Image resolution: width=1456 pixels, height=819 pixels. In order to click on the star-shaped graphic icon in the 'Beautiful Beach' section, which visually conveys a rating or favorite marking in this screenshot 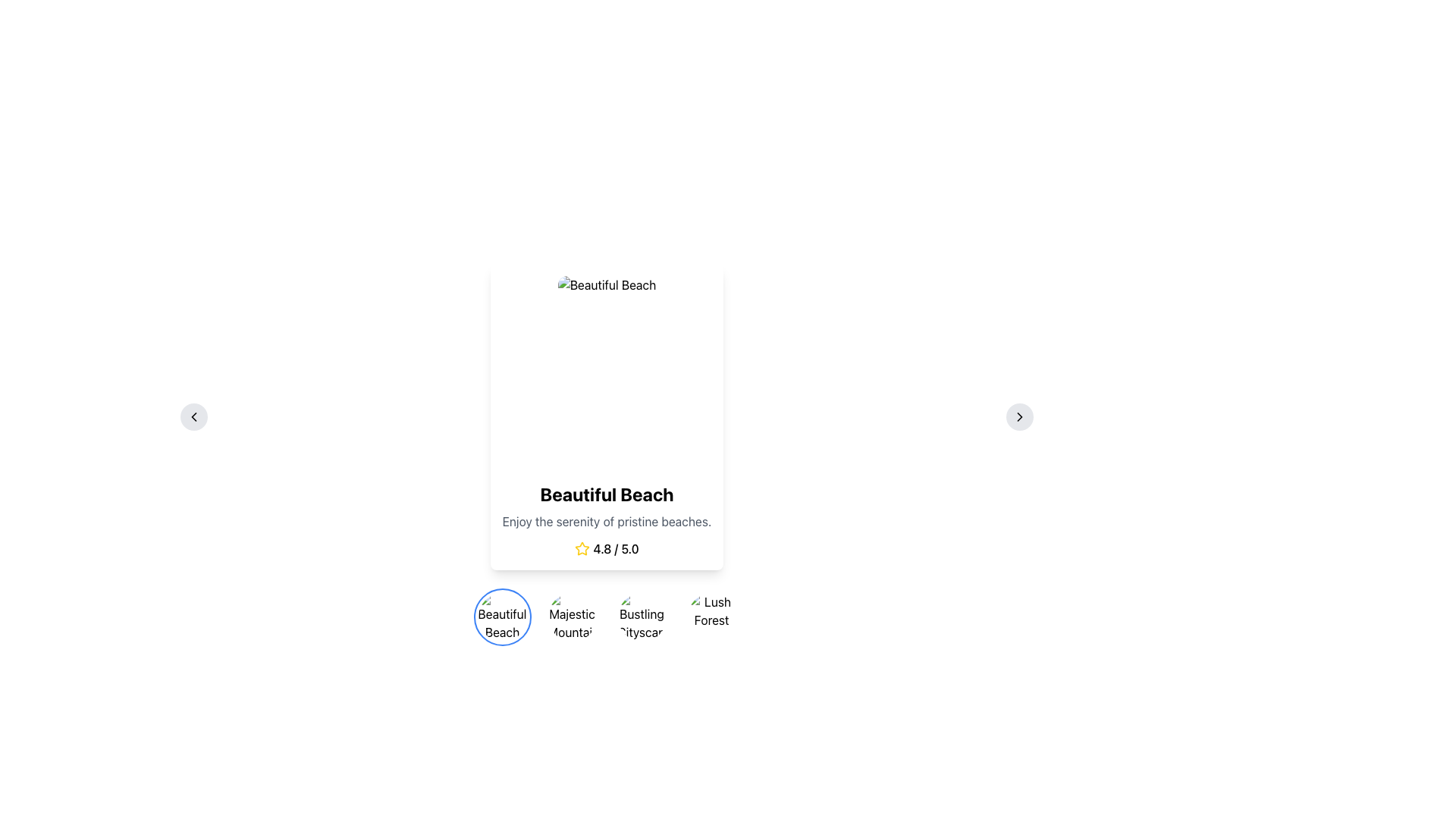, I will do `click(582, 548)`.